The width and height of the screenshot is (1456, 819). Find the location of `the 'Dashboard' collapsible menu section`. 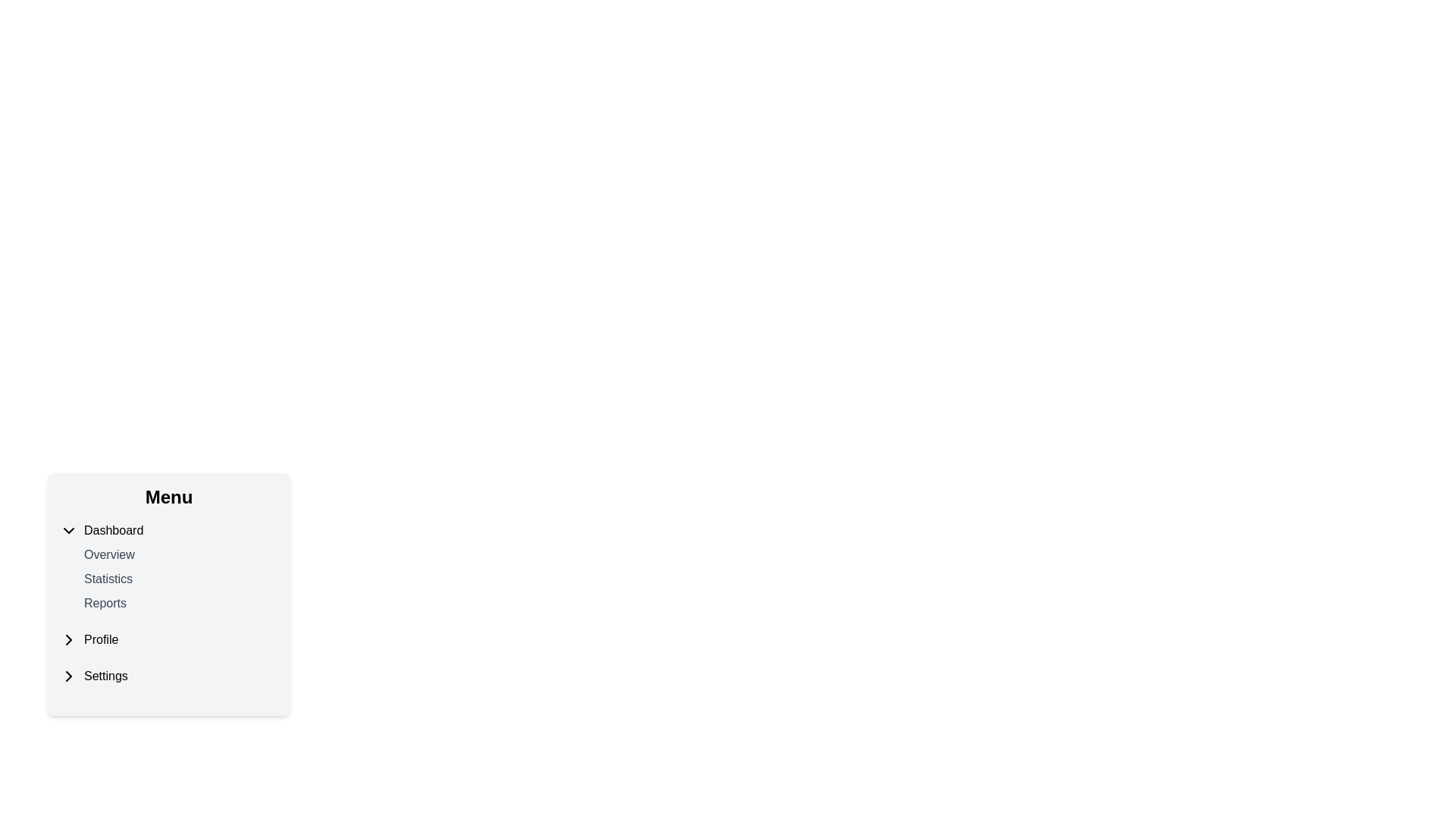

the 'Dashboard' collapsible menu section is located at coordinates (168, 567).